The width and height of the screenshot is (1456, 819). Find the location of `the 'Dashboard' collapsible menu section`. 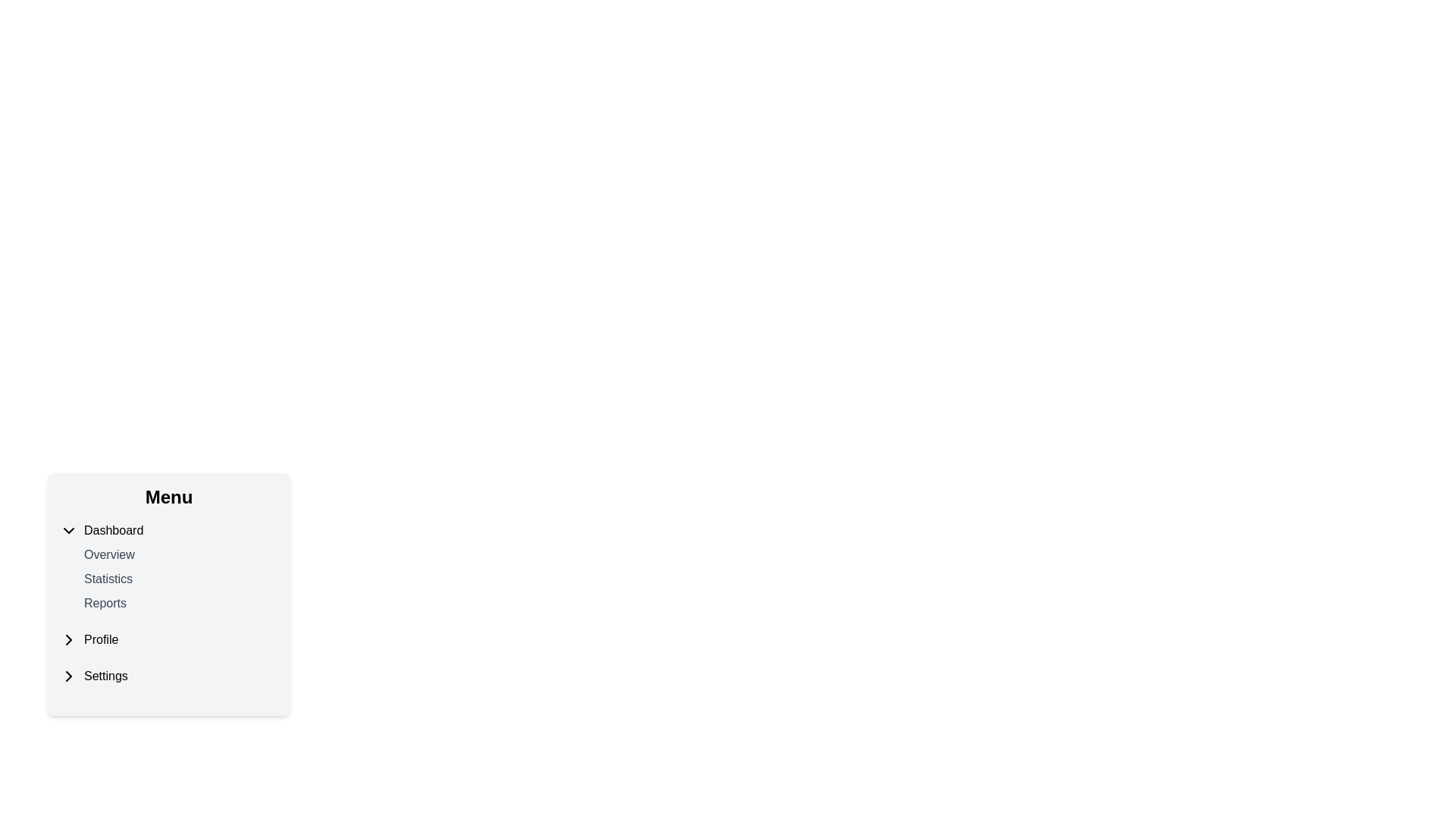

the 'Dashboard' collapsible menu section is located at coordinates (168, 567).